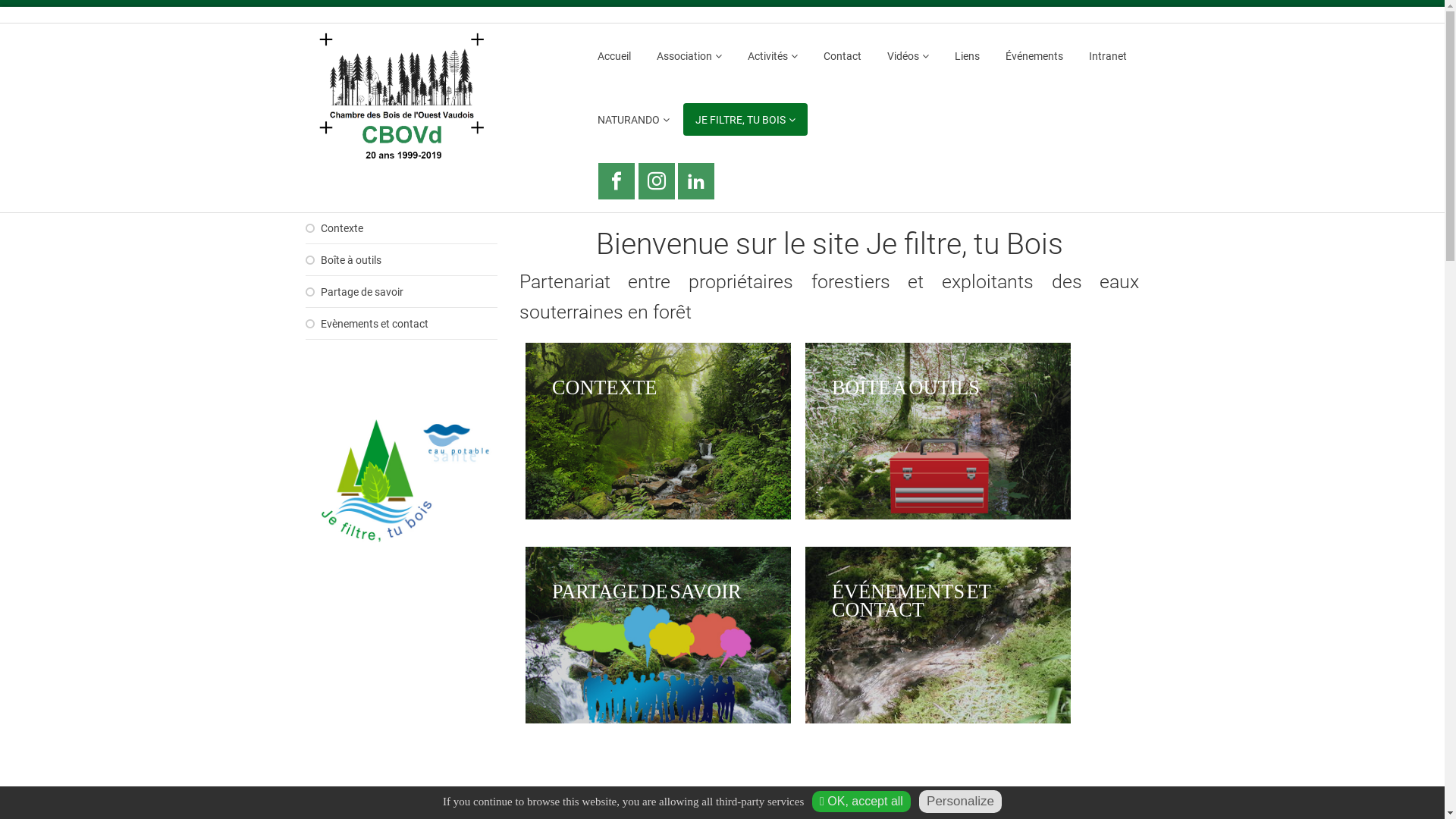  Describe the element at coordinates (959, 800) in the screenshot. I see `'Personalize'` at that location.